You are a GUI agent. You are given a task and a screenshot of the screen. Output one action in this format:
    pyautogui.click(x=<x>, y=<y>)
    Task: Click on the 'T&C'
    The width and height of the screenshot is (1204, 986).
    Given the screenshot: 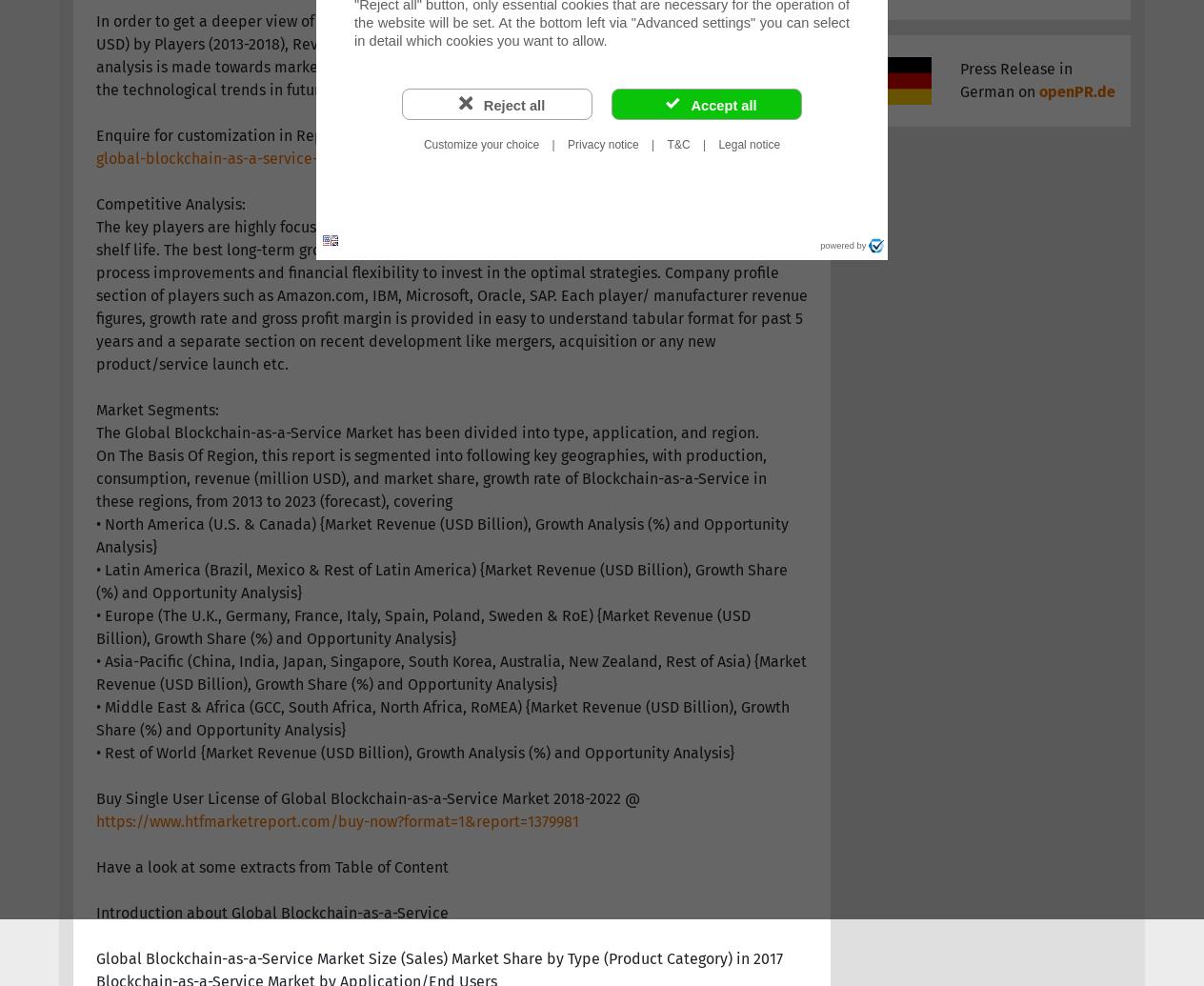 What is the action you would take?
    pyautogui.click(x=677, y=145)
    